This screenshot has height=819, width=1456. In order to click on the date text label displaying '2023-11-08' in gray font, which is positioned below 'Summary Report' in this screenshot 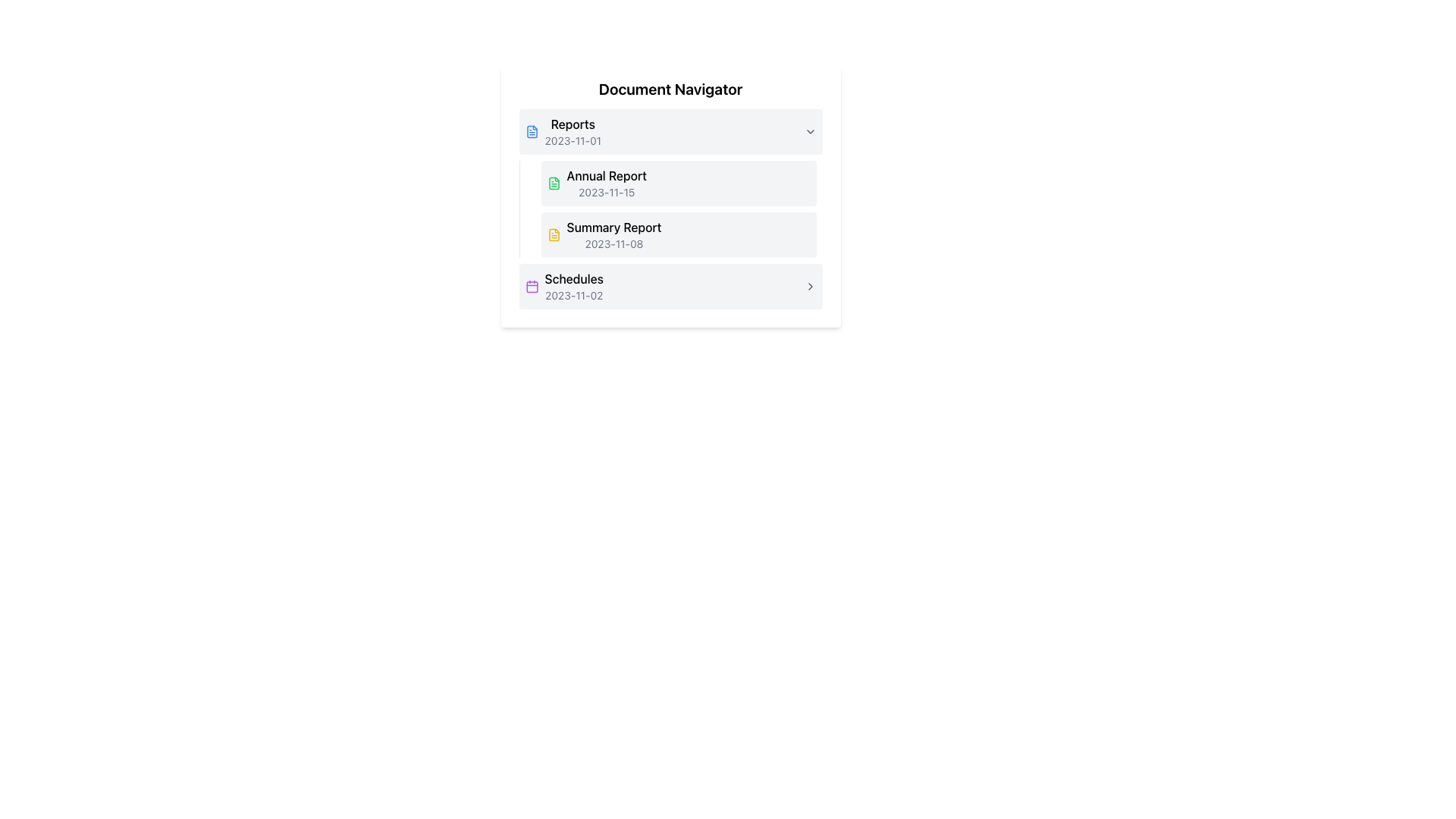, I will do `click(613, 243)`.